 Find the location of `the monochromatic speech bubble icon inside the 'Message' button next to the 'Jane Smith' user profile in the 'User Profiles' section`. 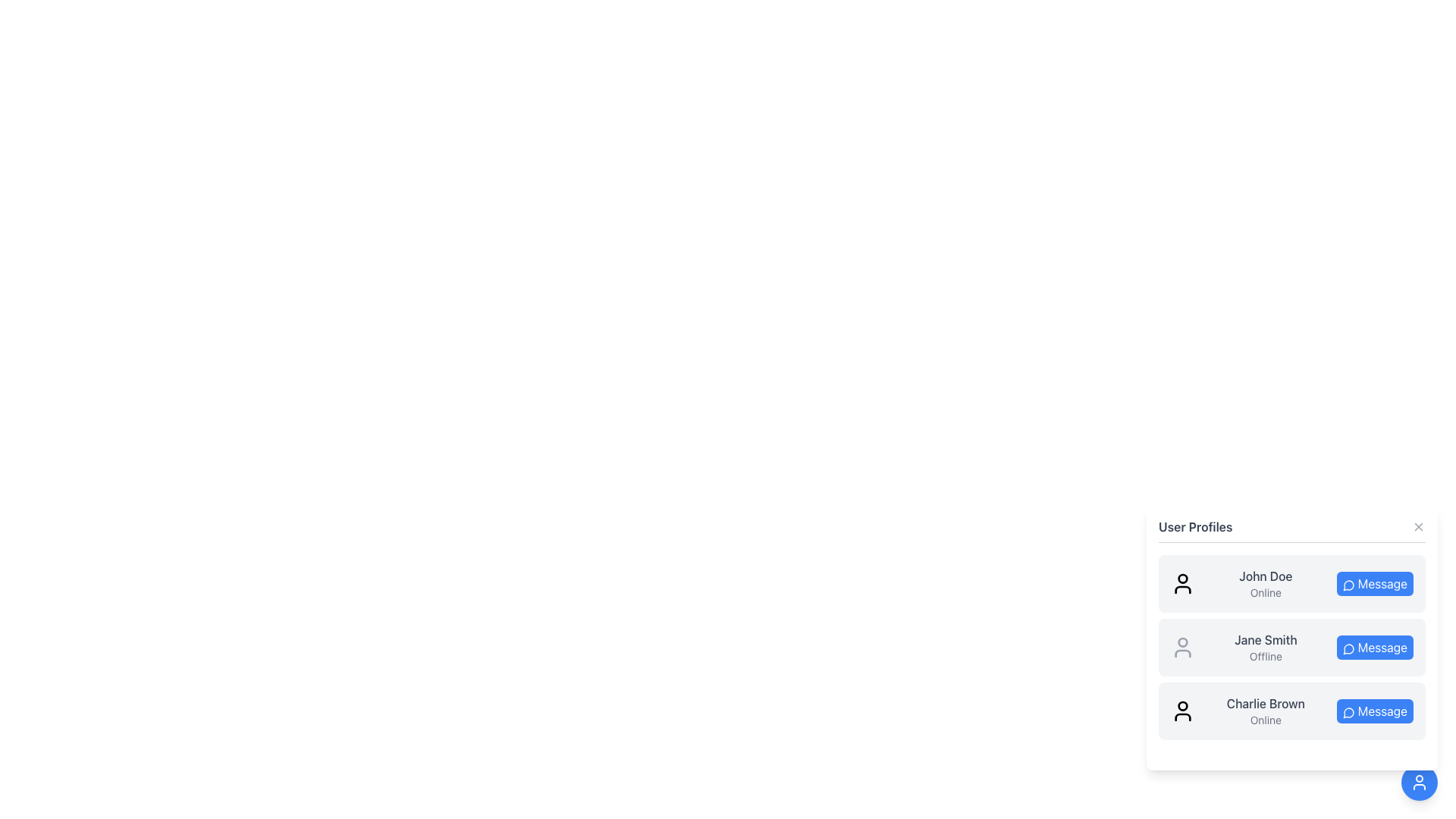

the monochromatic speech bubble icon inside the 'Message' button next to the 'Jane Smith' user profile in the 'User Profiles' section is located at coordinates (1348, 648).